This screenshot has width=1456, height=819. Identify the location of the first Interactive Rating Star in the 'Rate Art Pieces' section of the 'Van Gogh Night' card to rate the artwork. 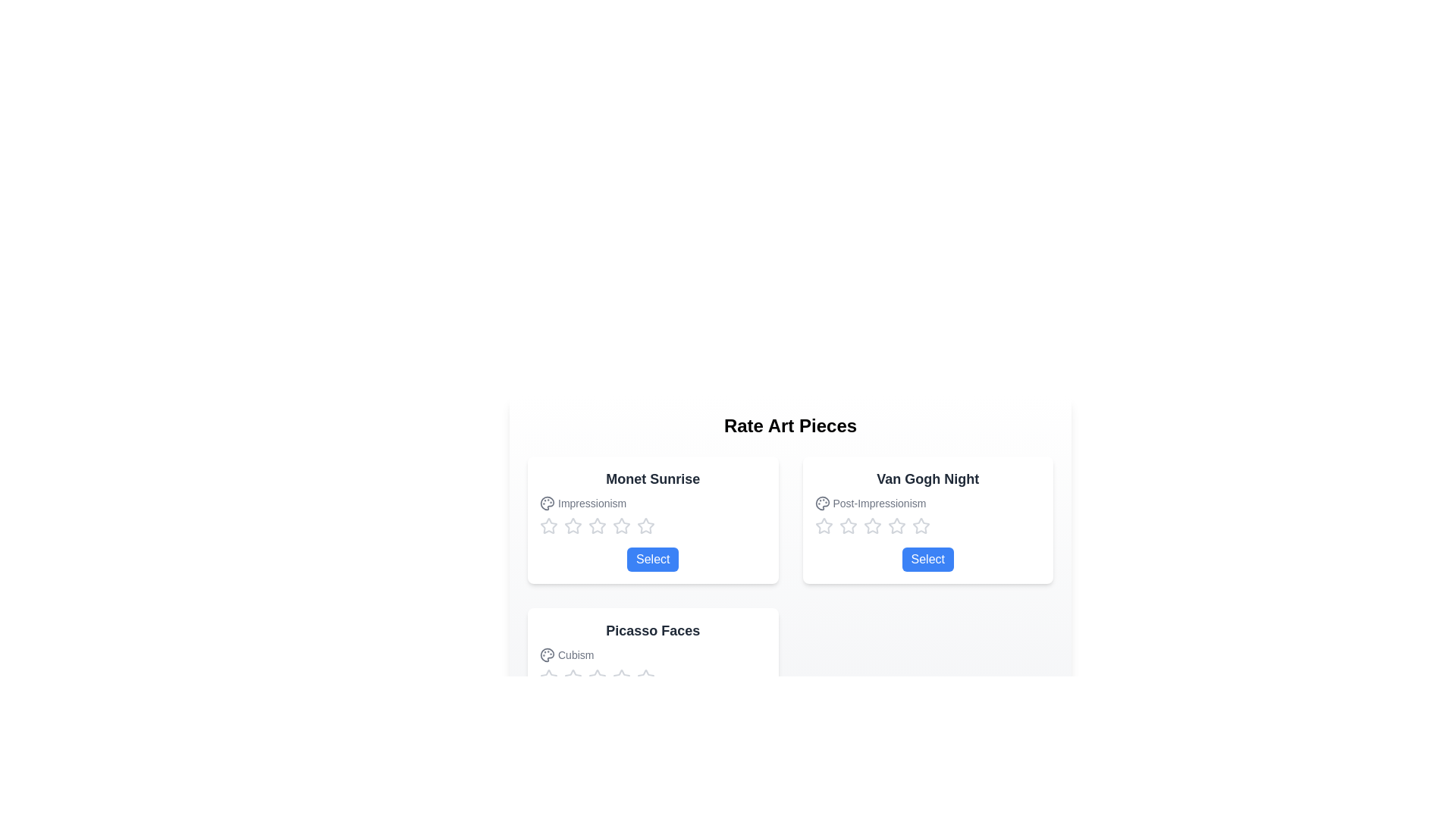
(823, 526).